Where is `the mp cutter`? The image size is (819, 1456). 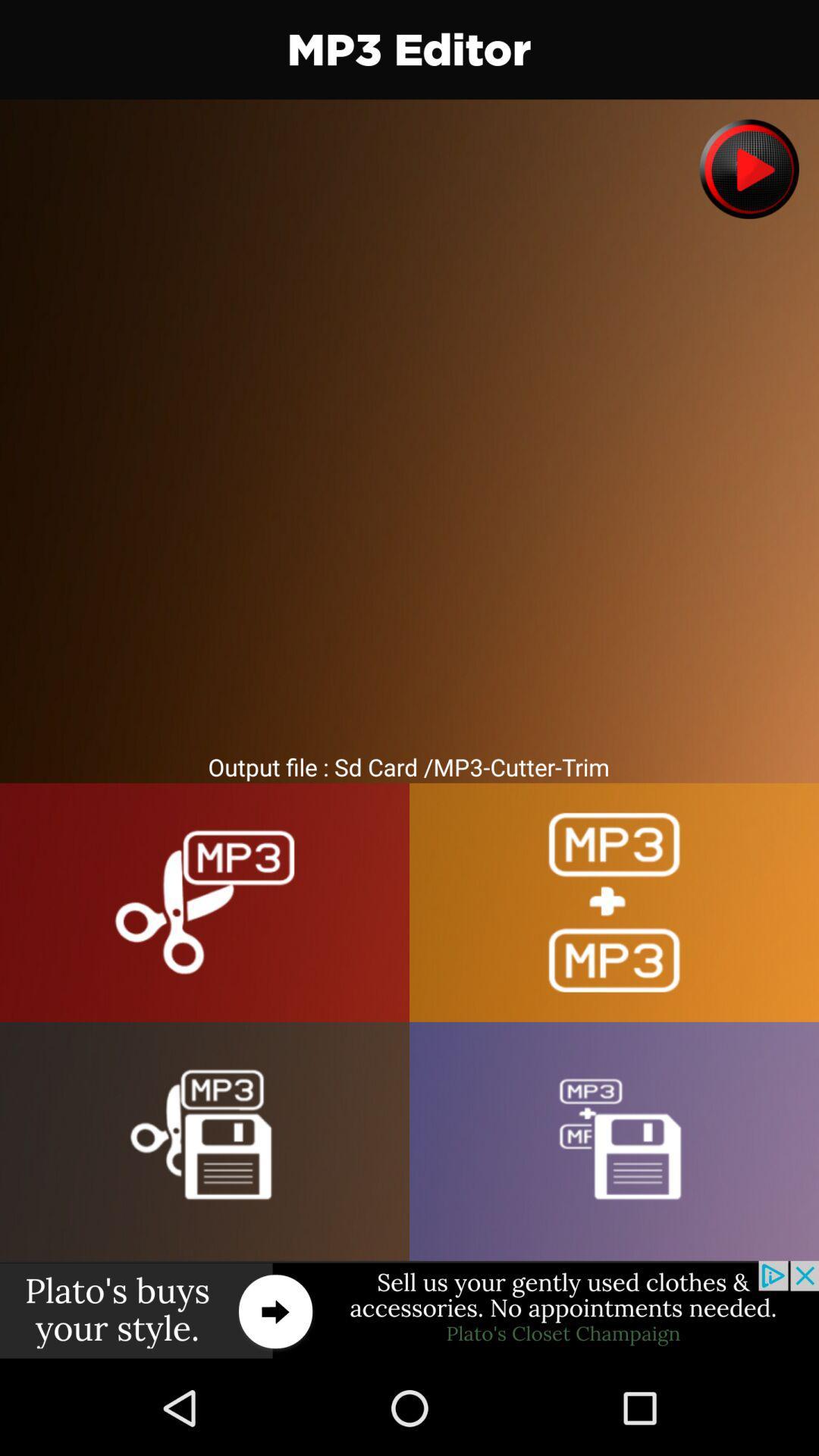
the mp cutter is located at coordinates (205, 902).